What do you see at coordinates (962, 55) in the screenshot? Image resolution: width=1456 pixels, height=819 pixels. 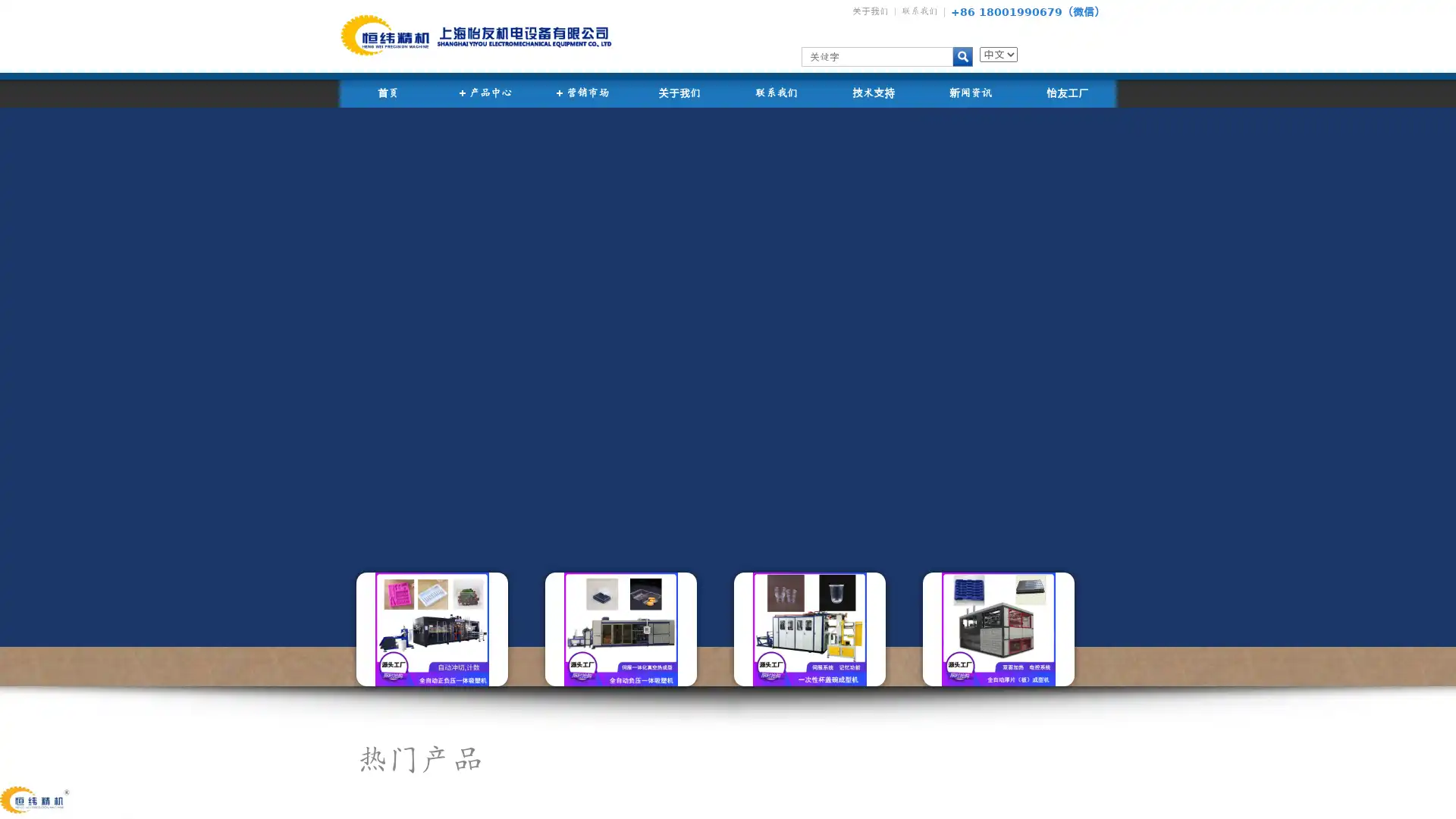 I see `search` at bounding box center [962, 55].